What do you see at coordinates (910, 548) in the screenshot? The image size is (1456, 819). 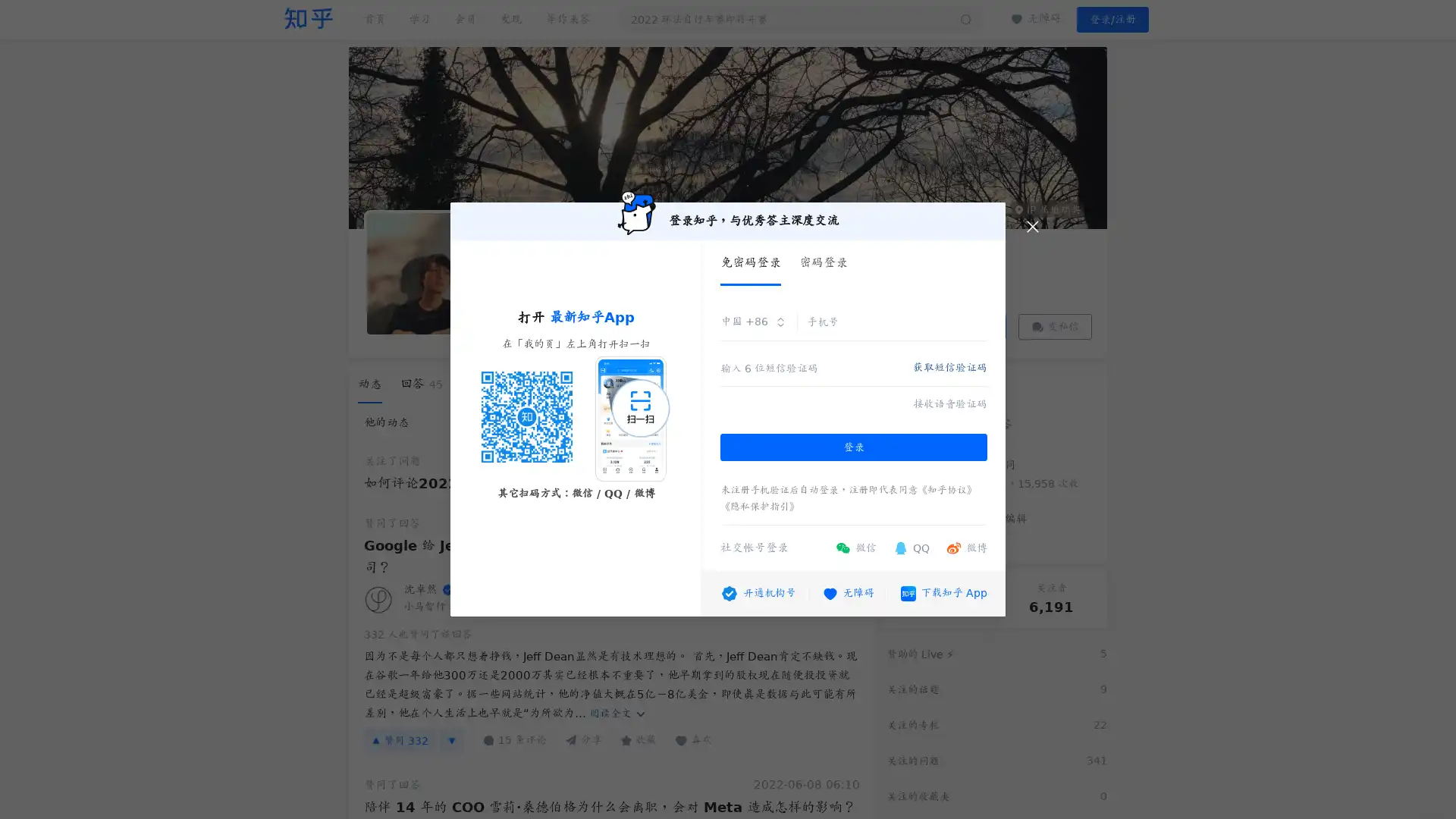 I see `QQ` at bounding box center [910, 548].